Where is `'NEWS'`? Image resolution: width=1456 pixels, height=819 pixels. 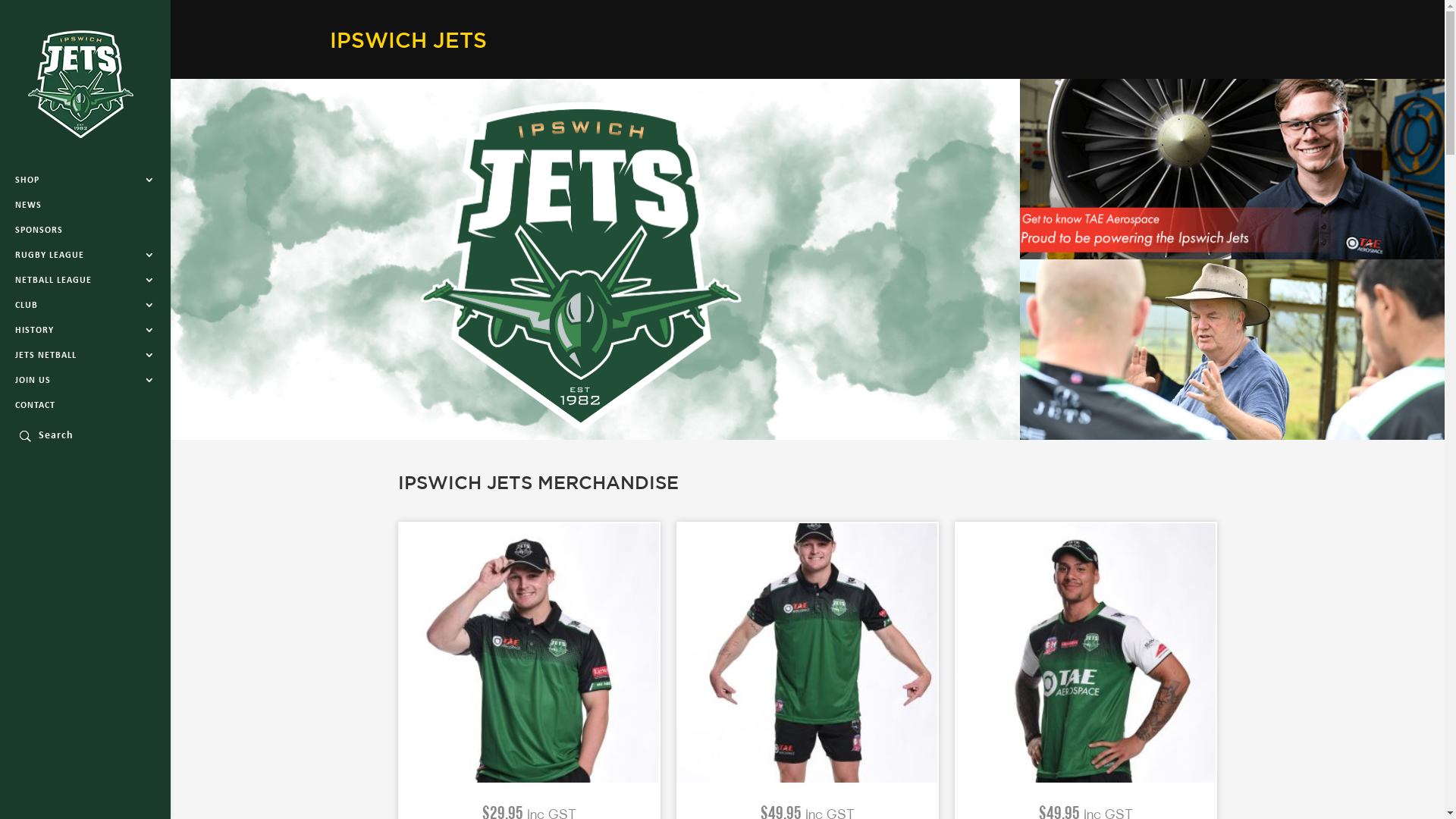
'NEWS' is located at coordinates (84, 205).